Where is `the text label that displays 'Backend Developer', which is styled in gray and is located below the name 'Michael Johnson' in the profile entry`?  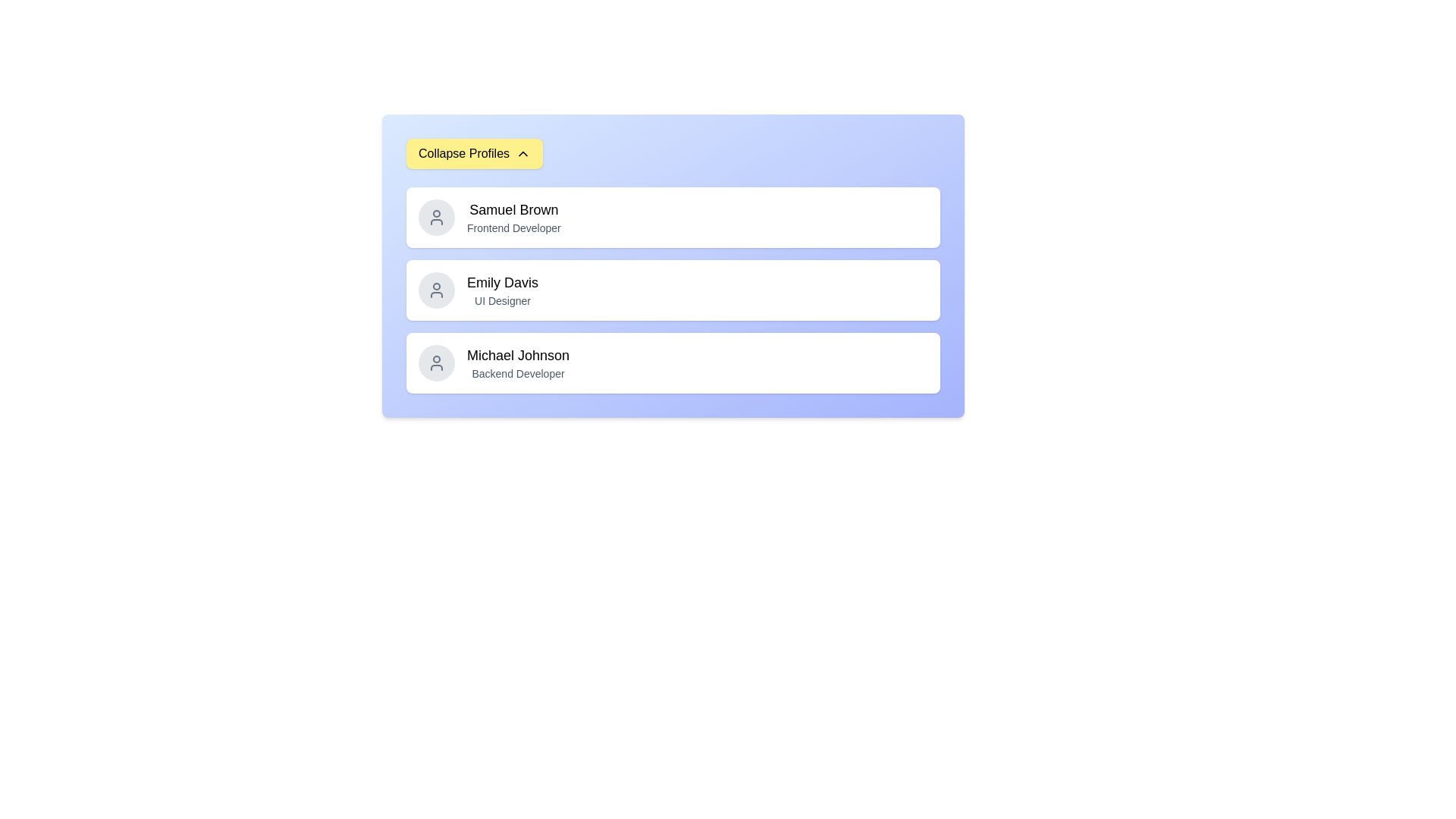
the text label that displays 'Backend Developer', which is styled in gray and is located below the name 'Michael Johnson' in the profile entry is located at coordinates (518, 374).